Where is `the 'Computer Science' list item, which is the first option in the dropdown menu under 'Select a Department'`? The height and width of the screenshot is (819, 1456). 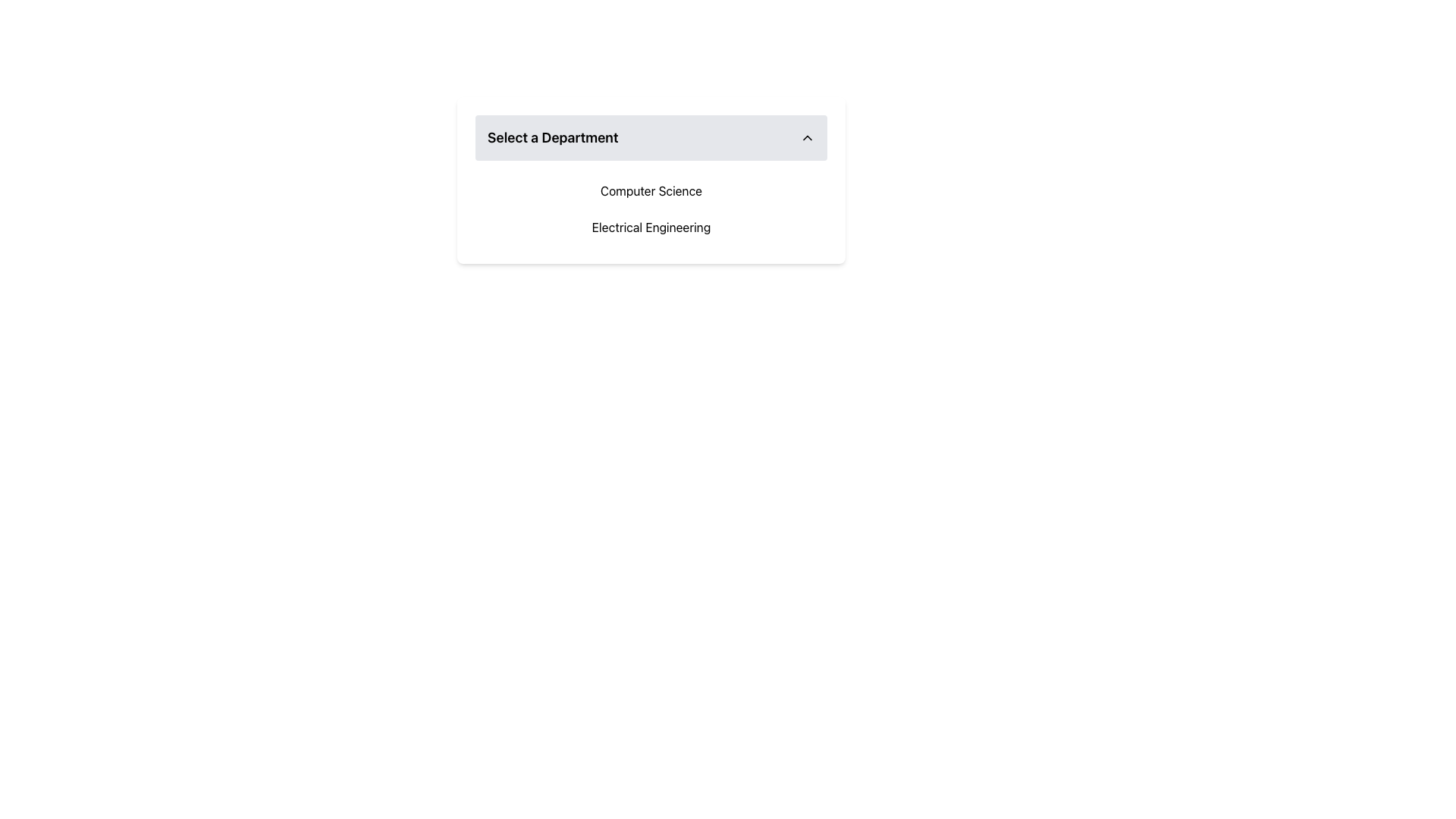 the 'Computer Science' list item, which is the first option in the dropdown menu under 'Select a Department' is located at coordinates (651, 190).